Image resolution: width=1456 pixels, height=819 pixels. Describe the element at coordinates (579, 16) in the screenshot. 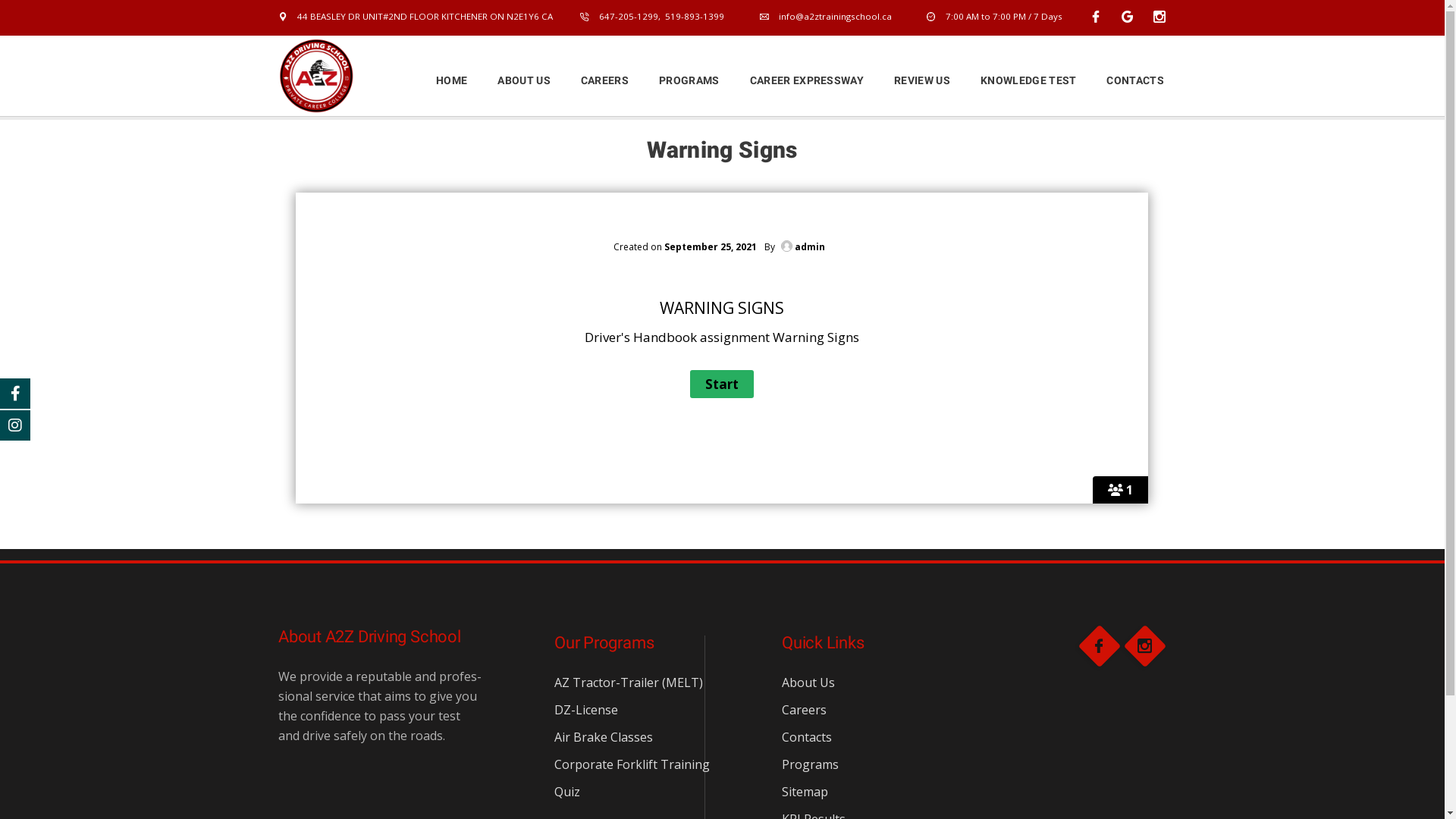

I see `'647-205-1299,  519-893-1399'` at that location.